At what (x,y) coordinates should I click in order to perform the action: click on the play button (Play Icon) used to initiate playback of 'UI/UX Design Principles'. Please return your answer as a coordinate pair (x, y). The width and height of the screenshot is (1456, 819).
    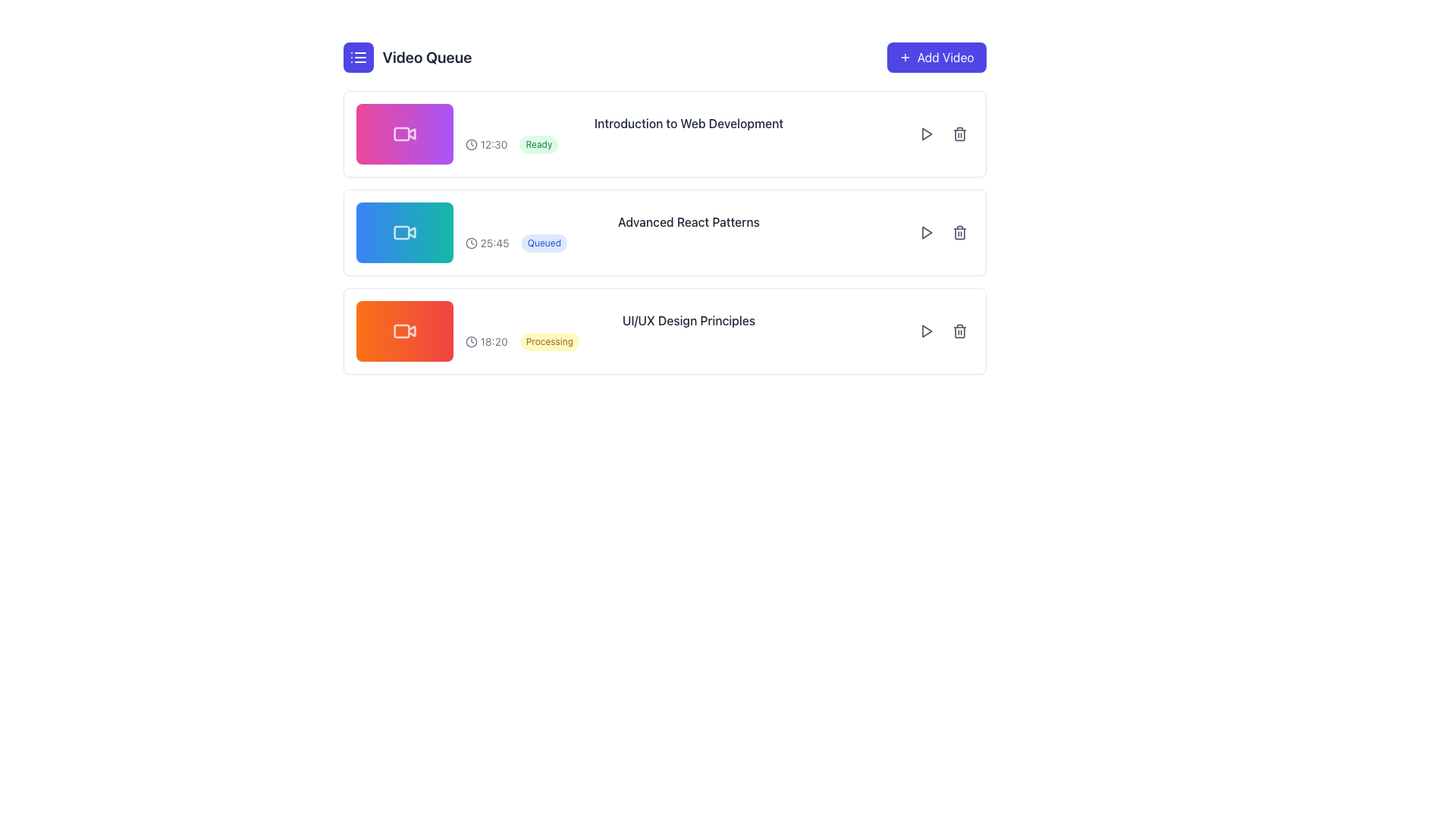
    Looking at the image, I should click on (925, 330).